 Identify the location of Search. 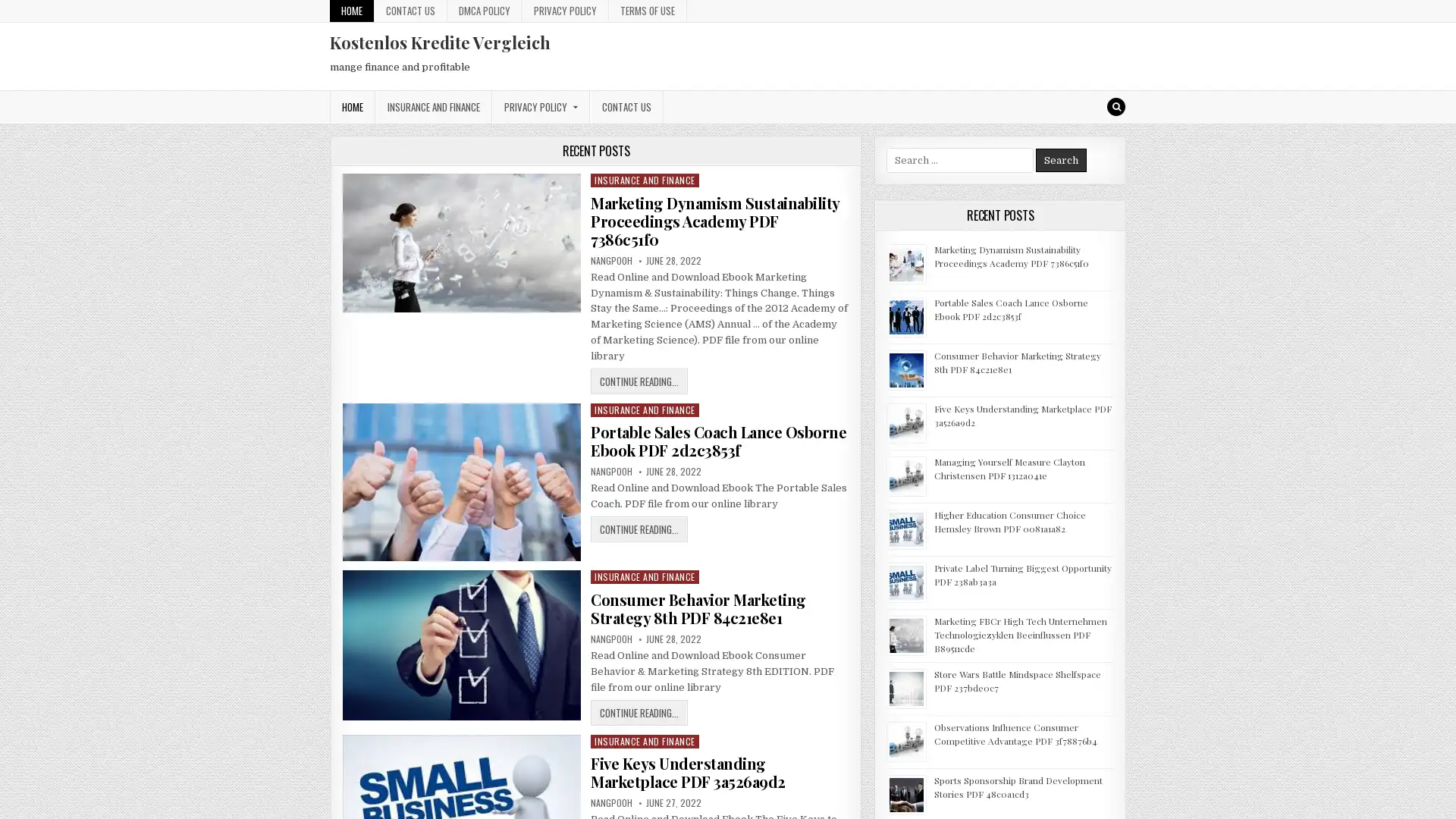
(1060, 160).